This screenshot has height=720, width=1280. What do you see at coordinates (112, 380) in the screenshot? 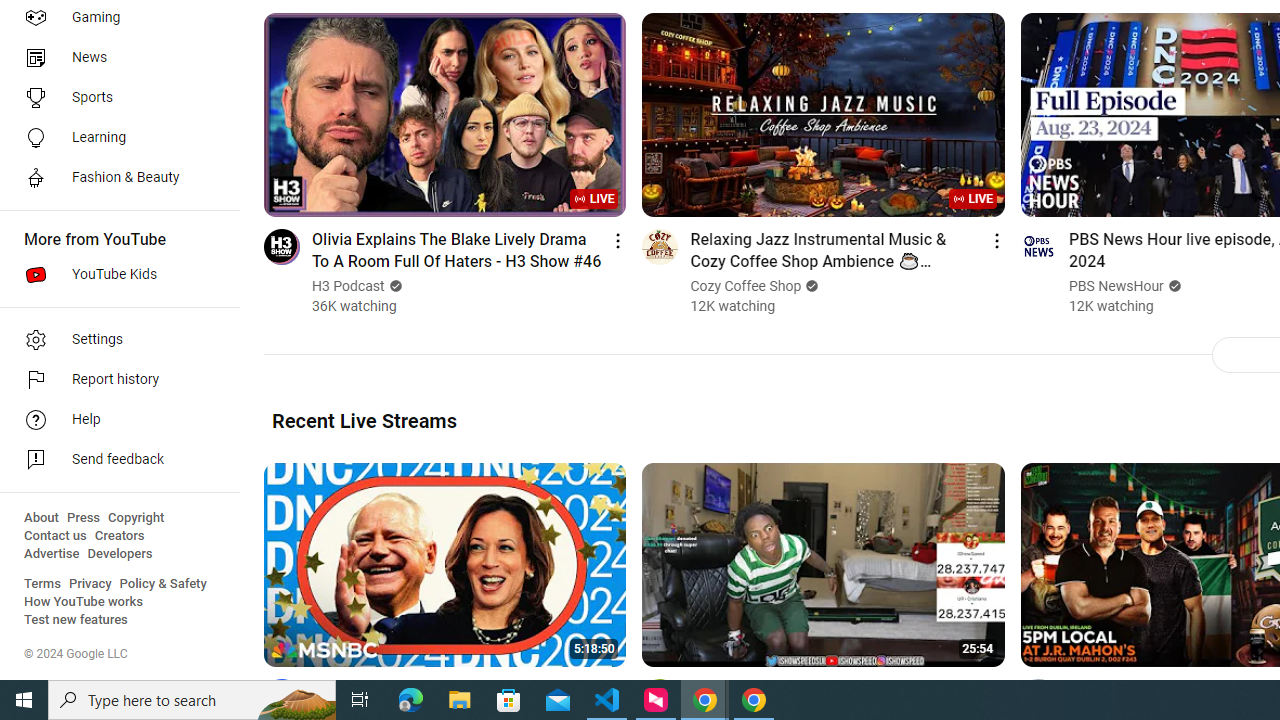
I see `'Report history'` at bounding box center [112, 380].